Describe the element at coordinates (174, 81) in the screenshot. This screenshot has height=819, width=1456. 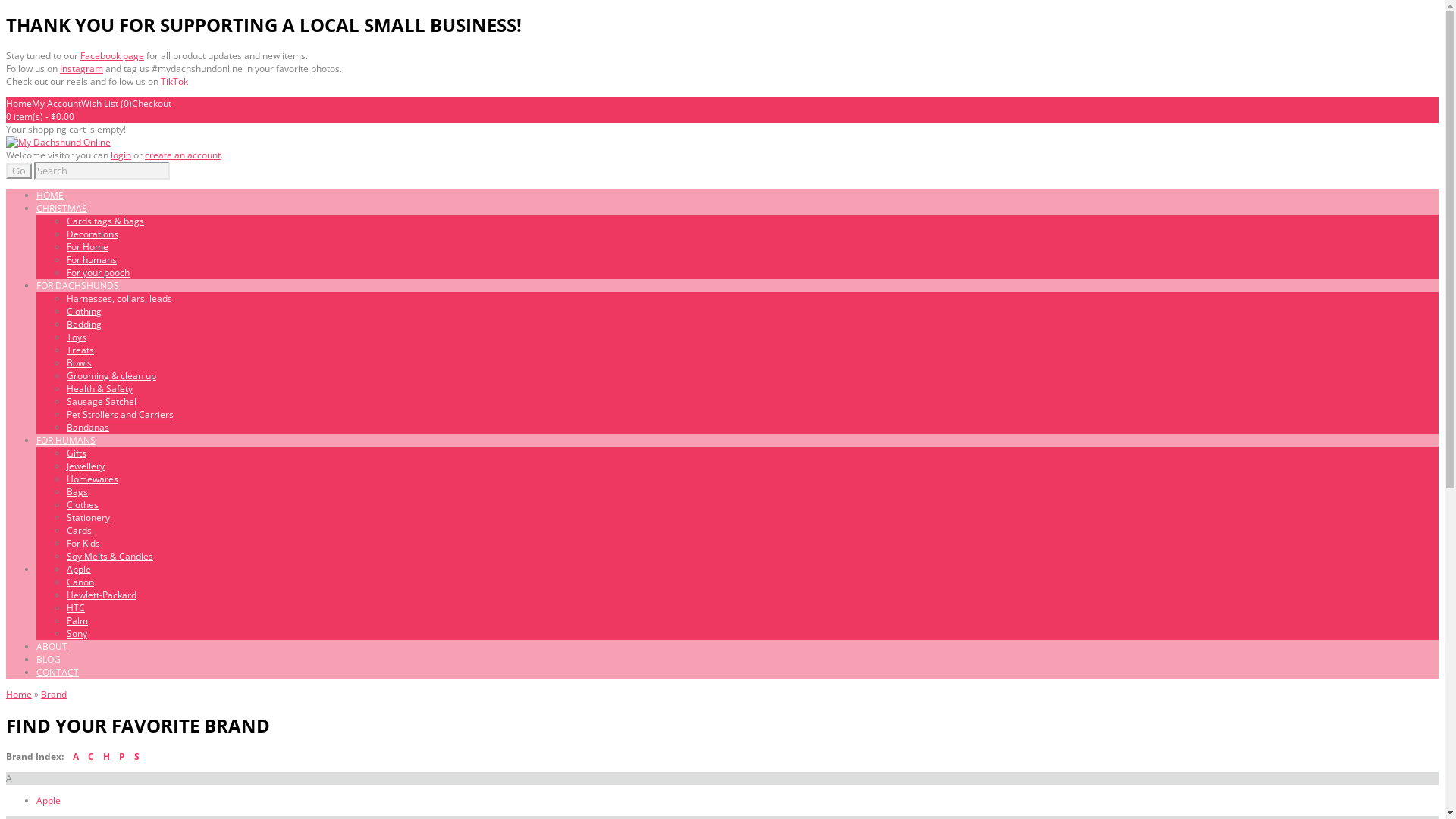
I see `'TikTok'` at that location.